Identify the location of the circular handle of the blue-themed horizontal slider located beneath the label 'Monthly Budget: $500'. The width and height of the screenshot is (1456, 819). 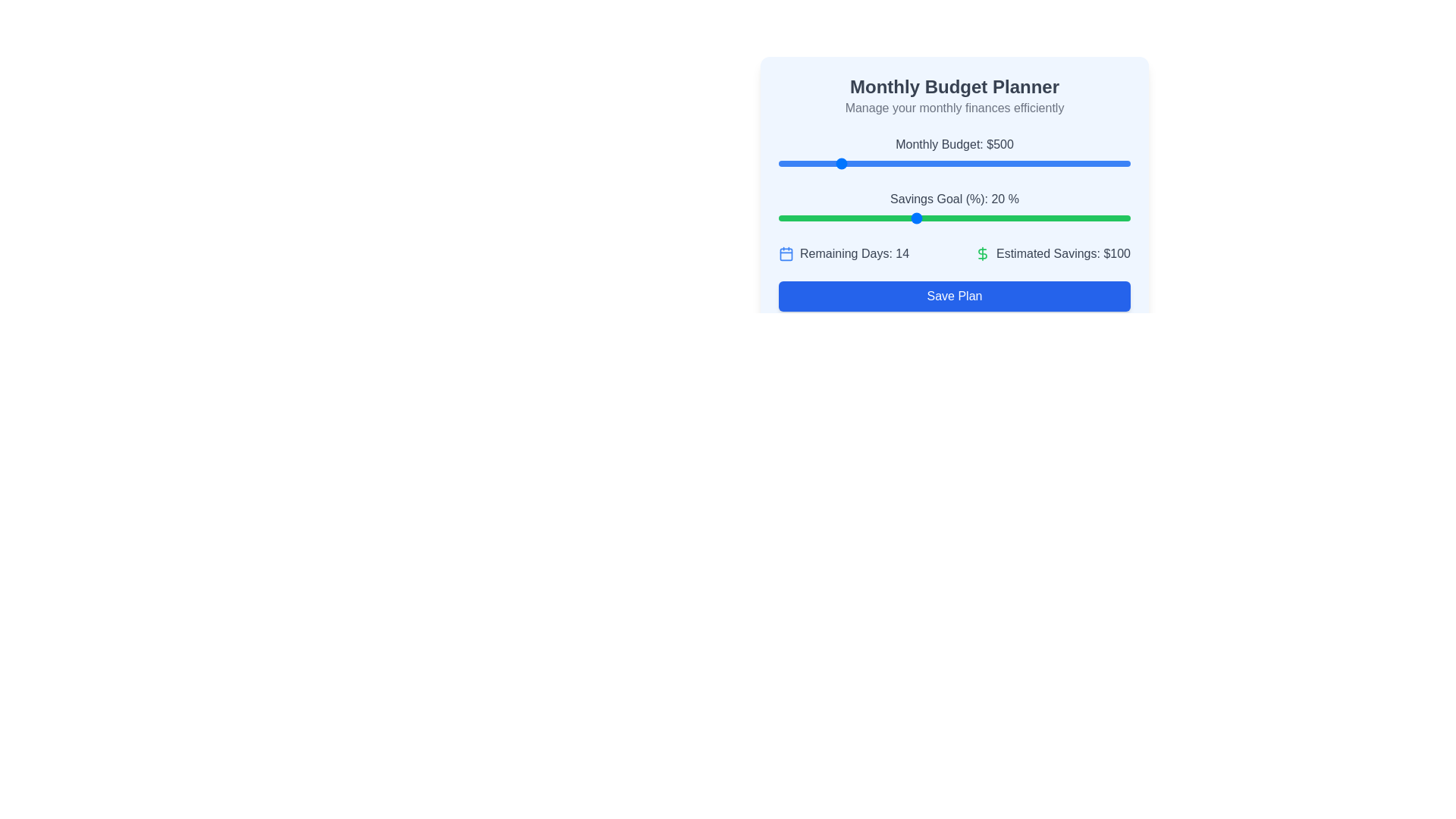
(953, 164).